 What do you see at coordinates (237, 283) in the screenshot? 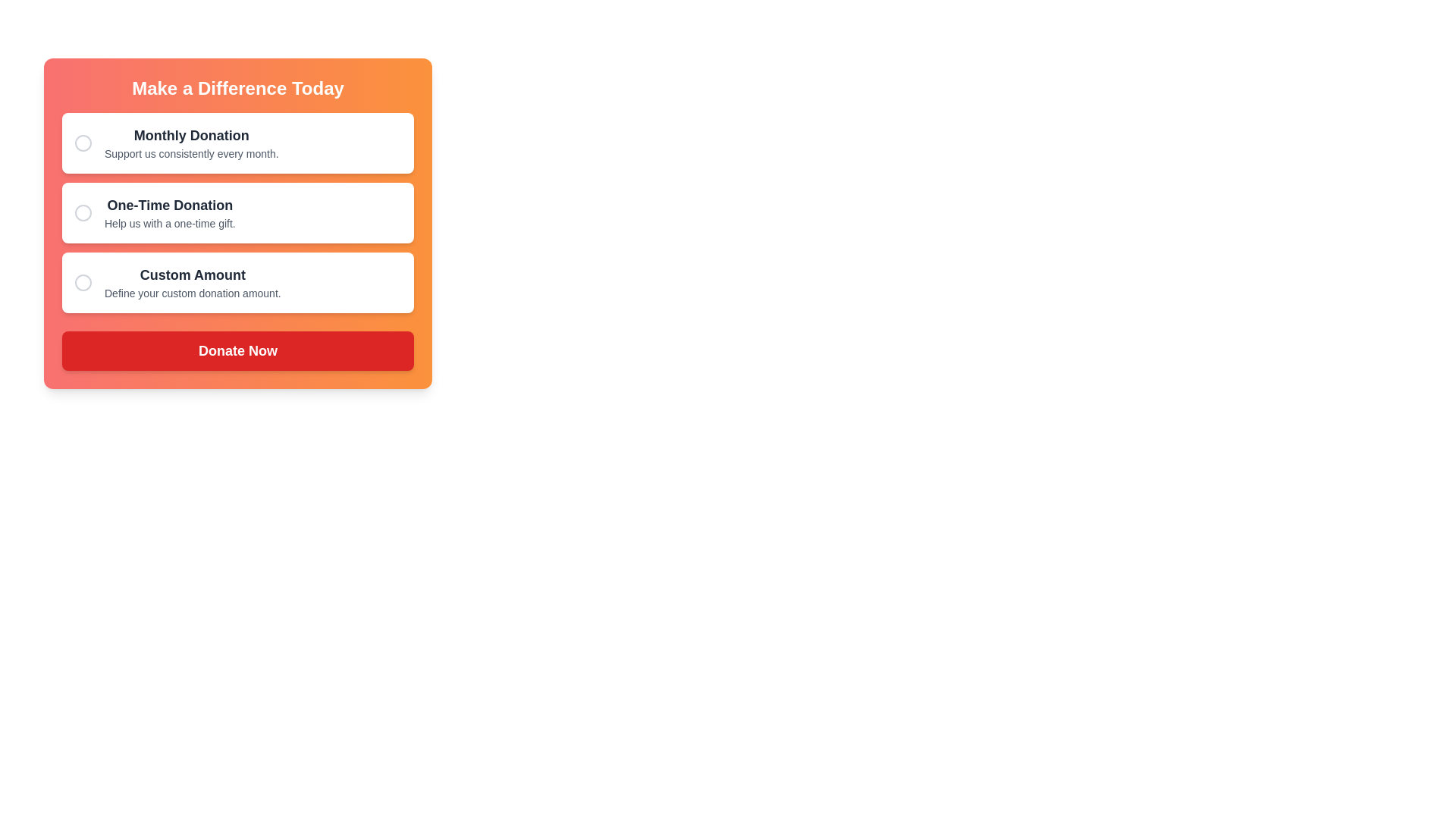
I see `the third Option Card in the vertical list of donation options` at bounding box center [237, 283].